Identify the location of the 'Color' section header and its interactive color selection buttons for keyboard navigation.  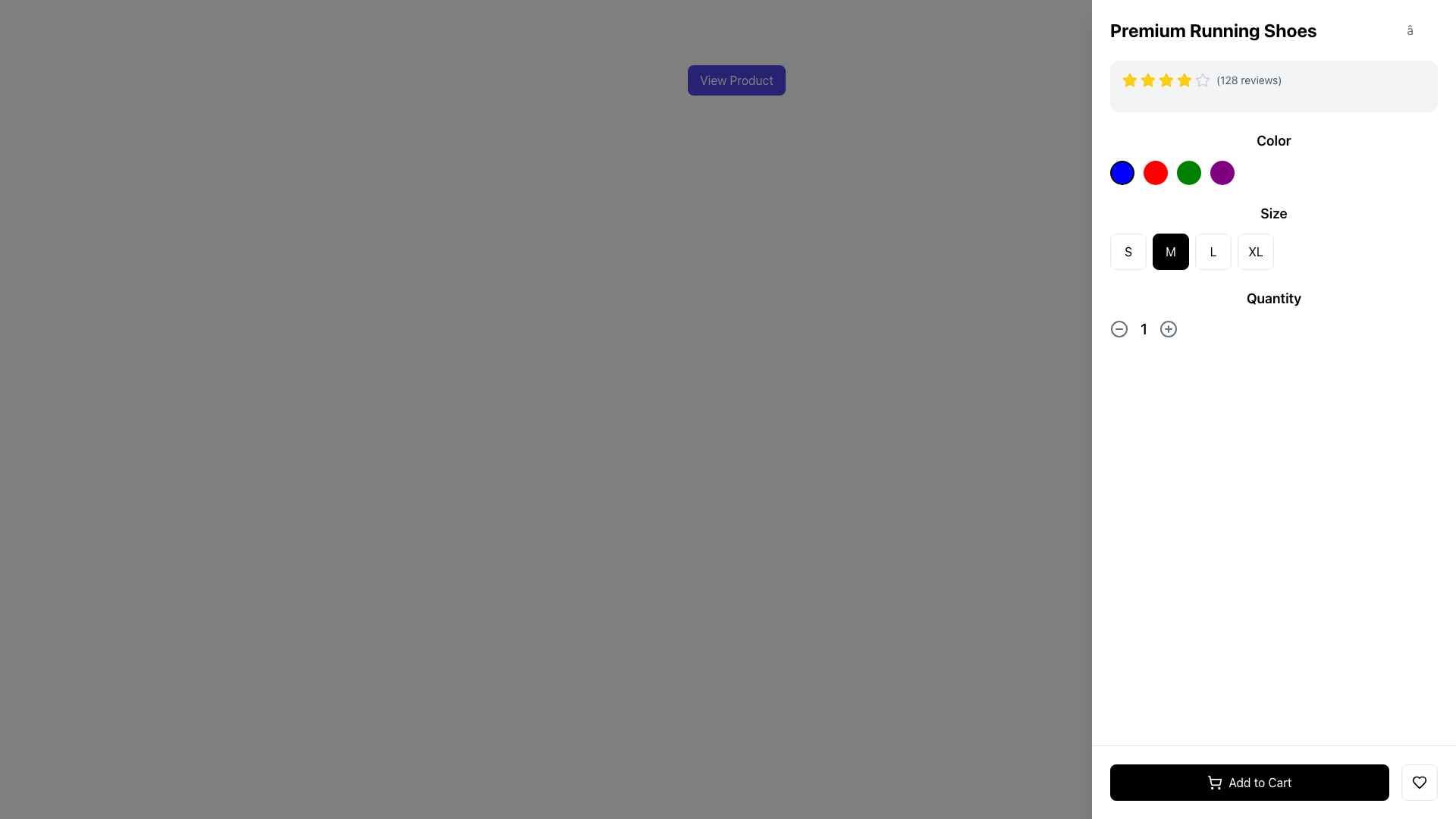
(1274, 158).